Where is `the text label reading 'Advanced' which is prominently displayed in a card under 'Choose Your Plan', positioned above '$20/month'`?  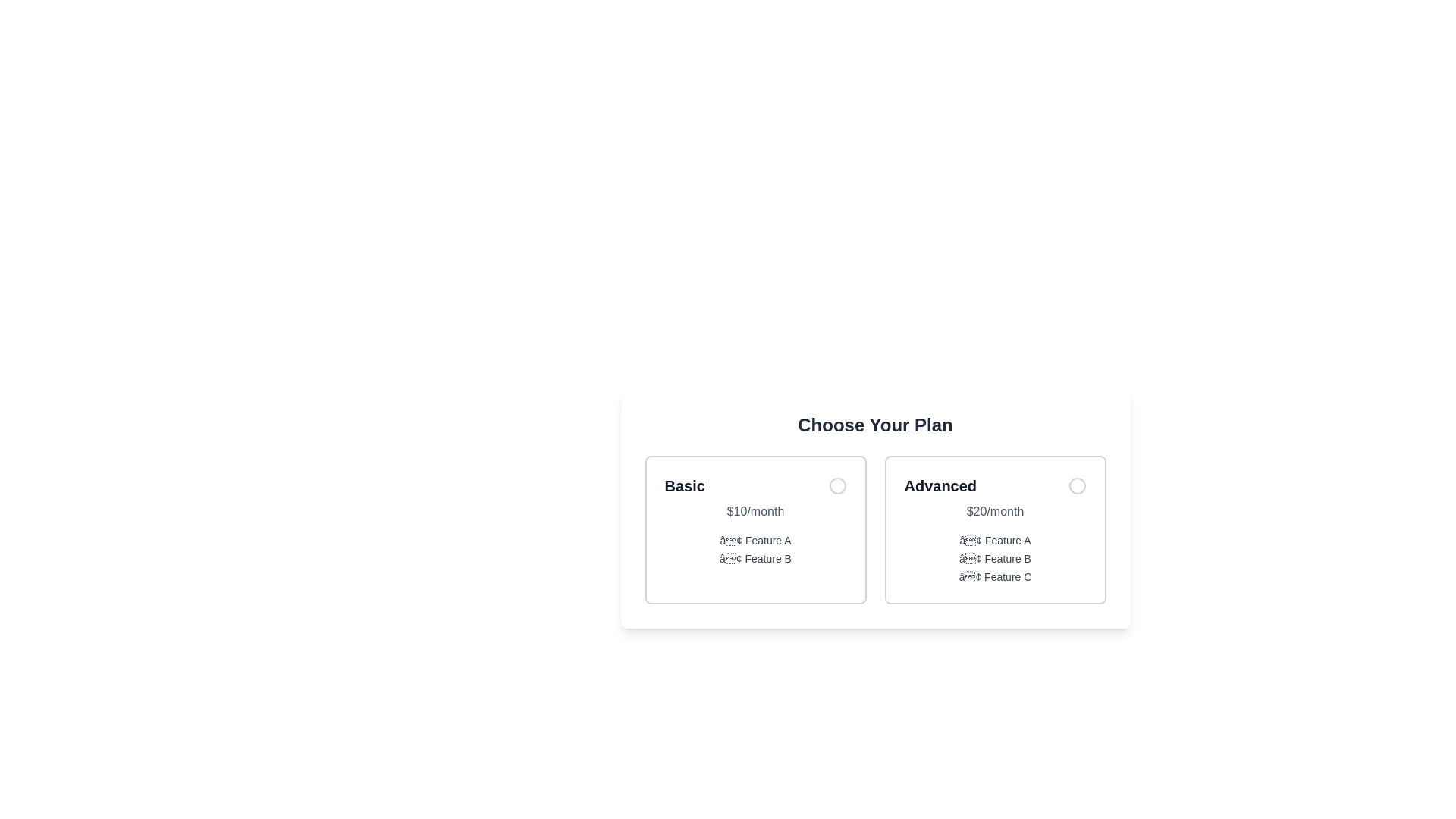
the text label reading 'Advanced' which is prominently displayed in a card under 'Choose Your Plan', positioned above '$20/month' is located at coordinates (940, 485).